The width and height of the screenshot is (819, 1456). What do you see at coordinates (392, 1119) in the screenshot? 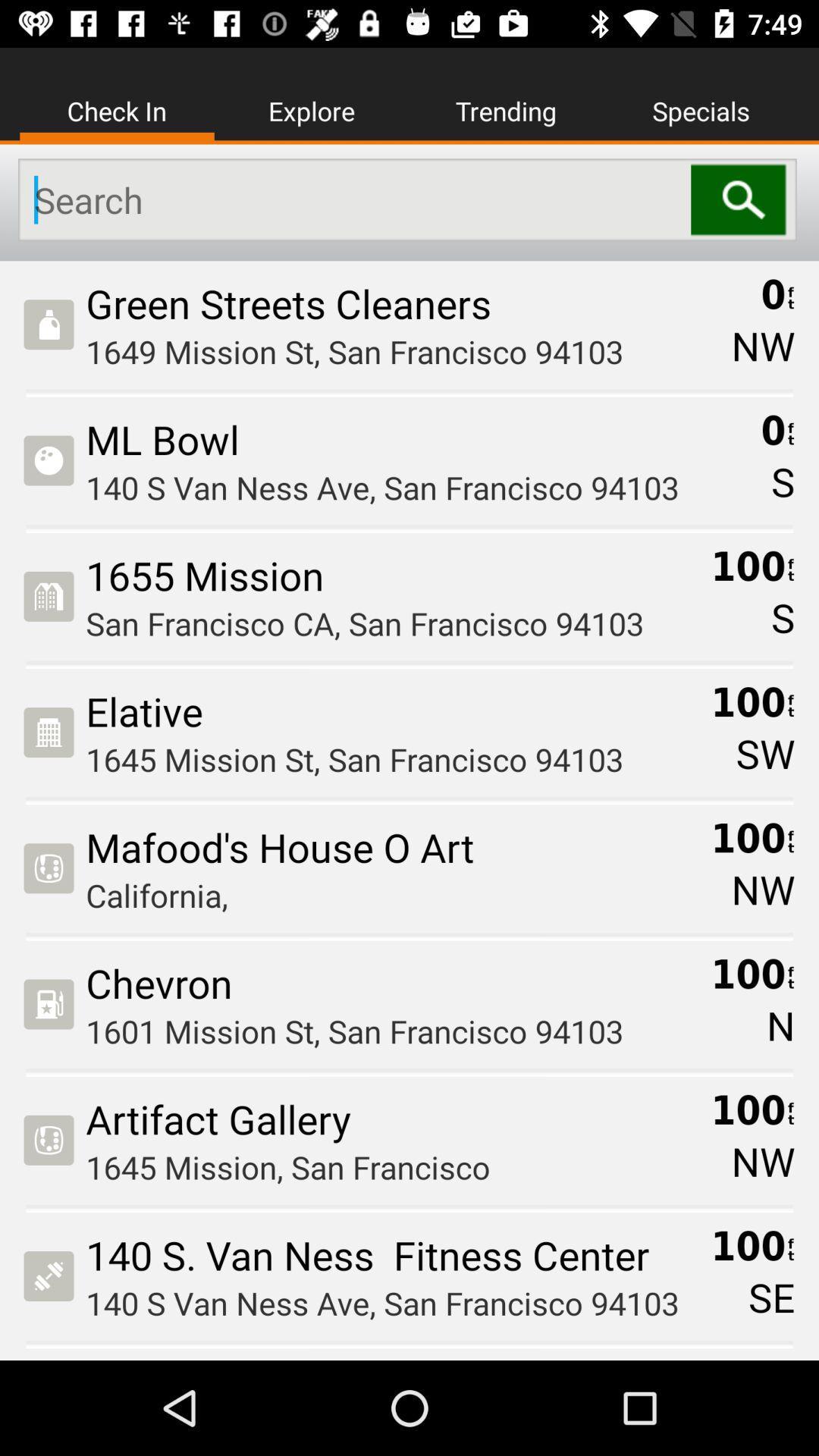
I see `the item above 1645 mission san icon` at bounding box center [392, 1119].